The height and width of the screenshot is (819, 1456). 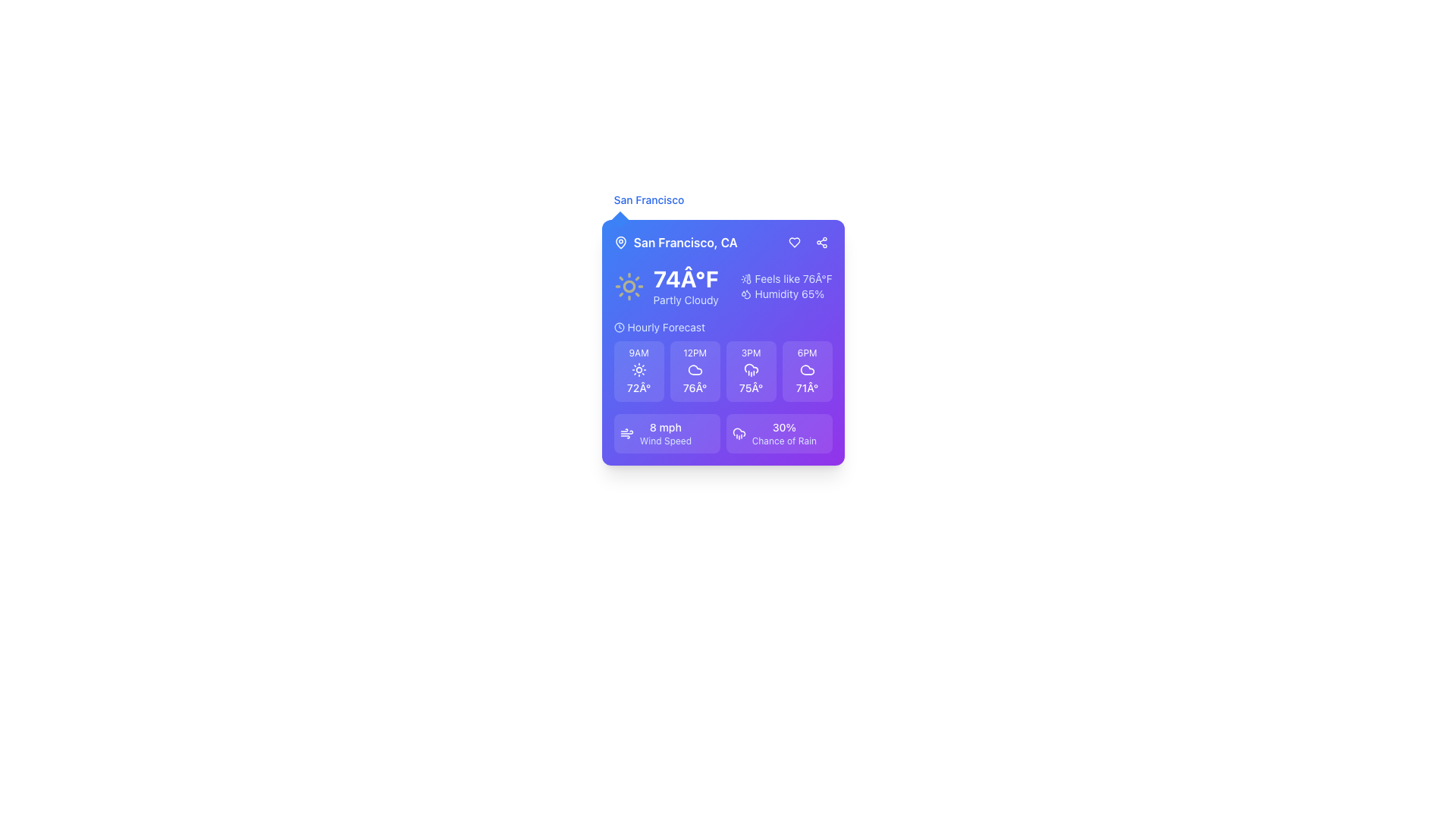 I want to click on temperature forecast displayed in the text element located below the '9AM' label and sun icon, centered in the first box of hourly forecasts, so click(x=639, y=388).